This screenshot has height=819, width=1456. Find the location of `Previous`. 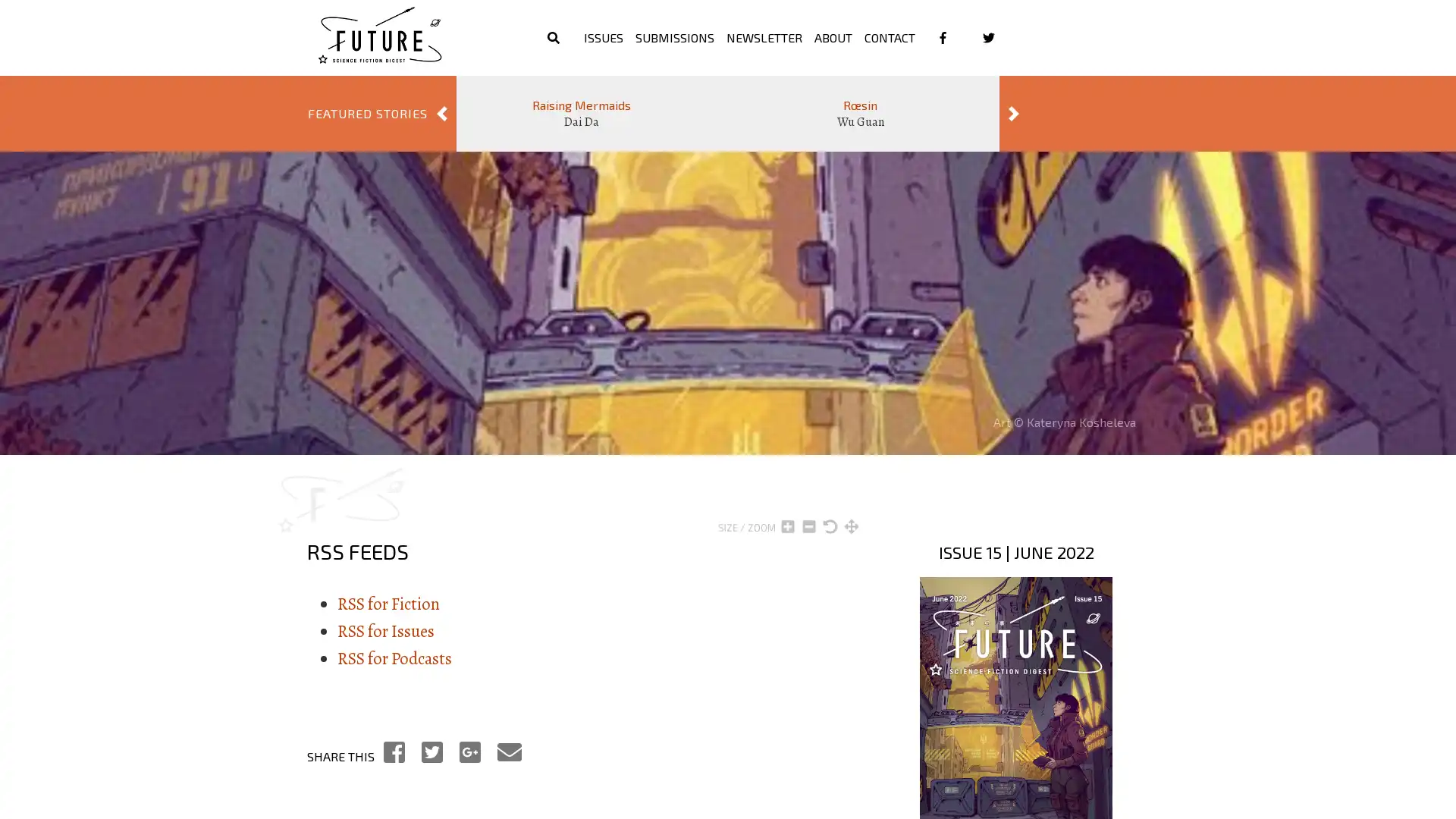

Previous is located at coordinates (441, 113).